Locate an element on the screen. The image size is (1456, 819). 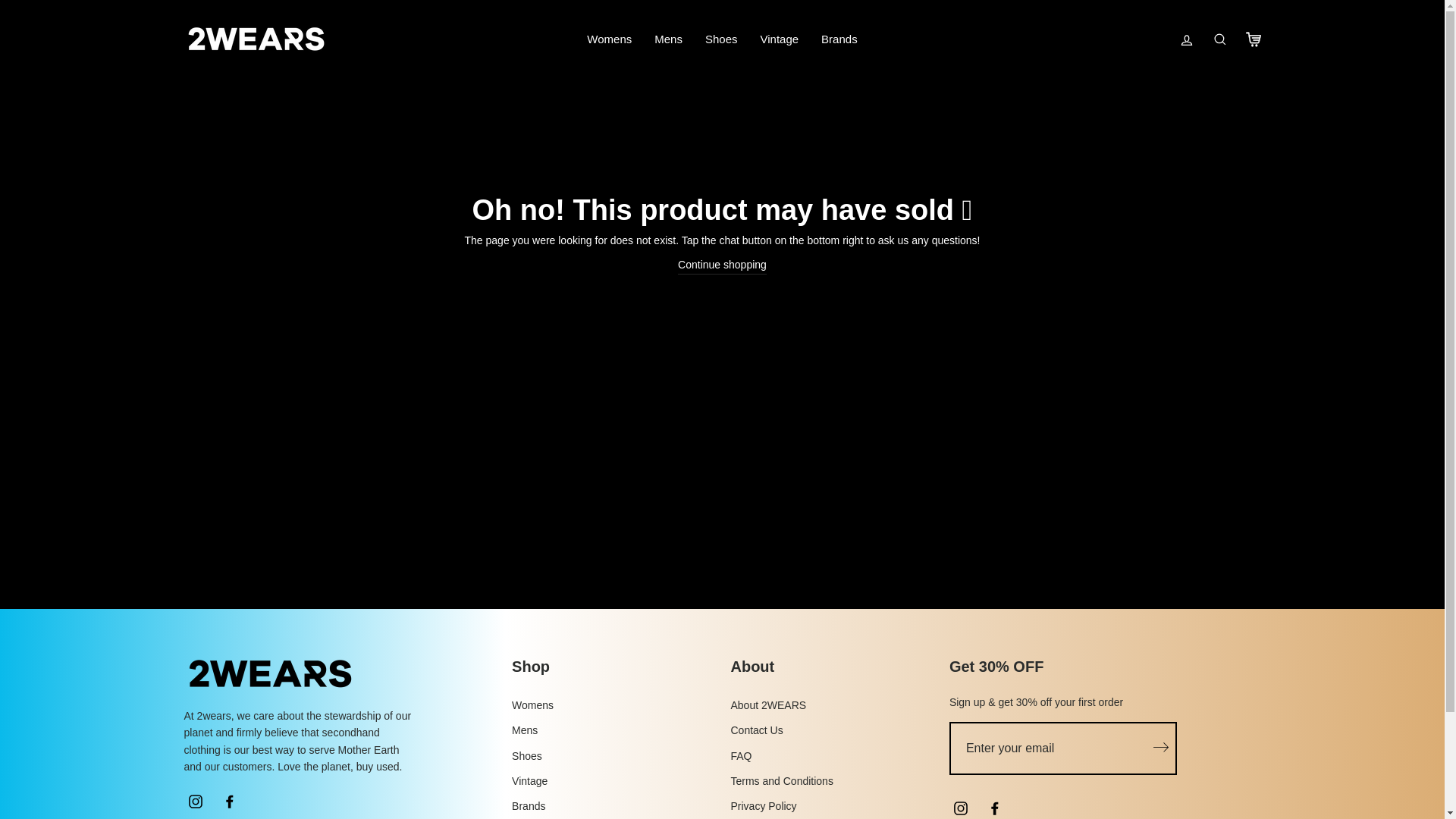
'Search' is located at coordinates (1219, 38).